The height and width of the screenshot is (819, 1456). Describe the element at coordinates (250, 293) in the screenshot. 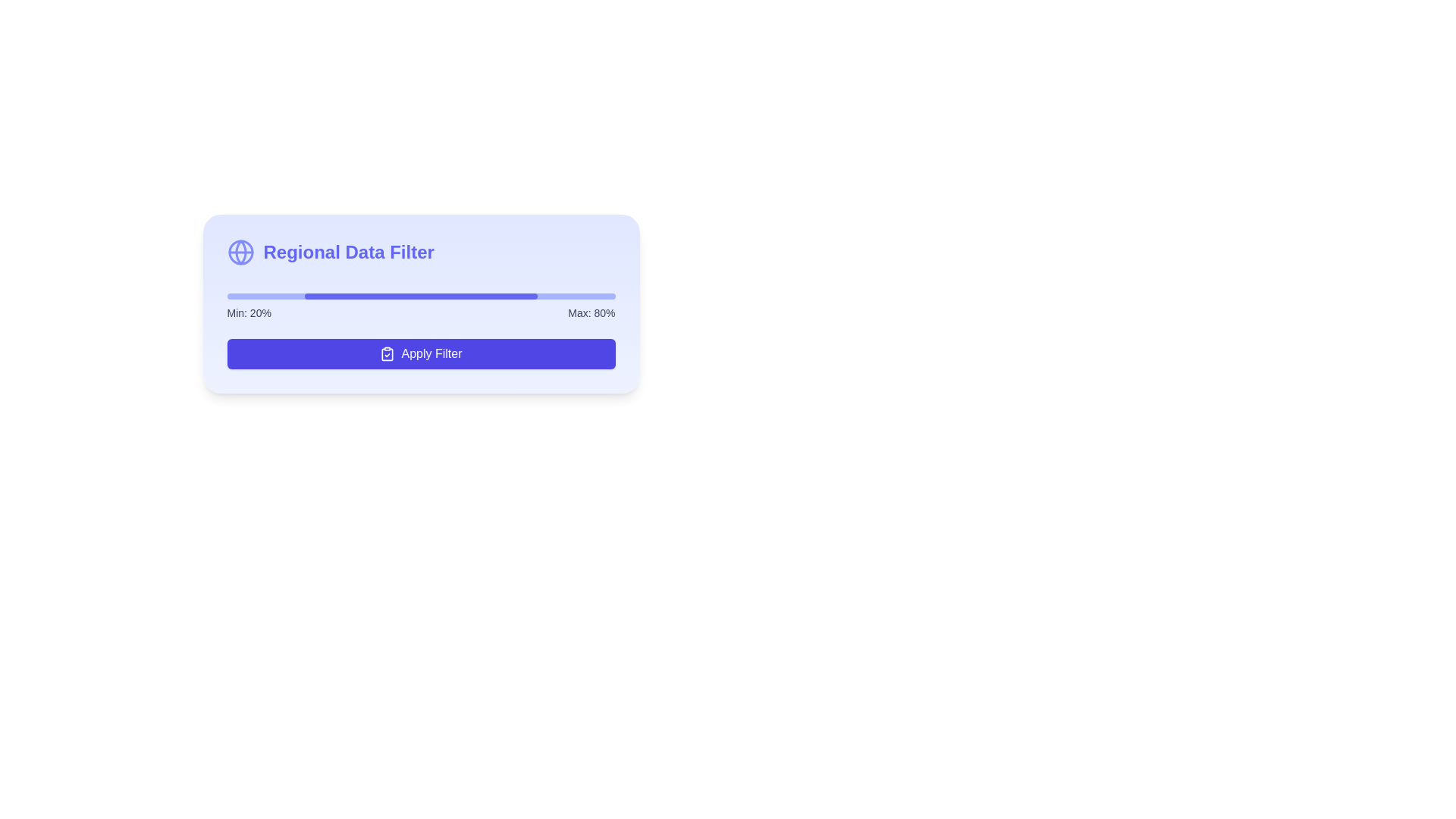

I see `the slider` at that location.